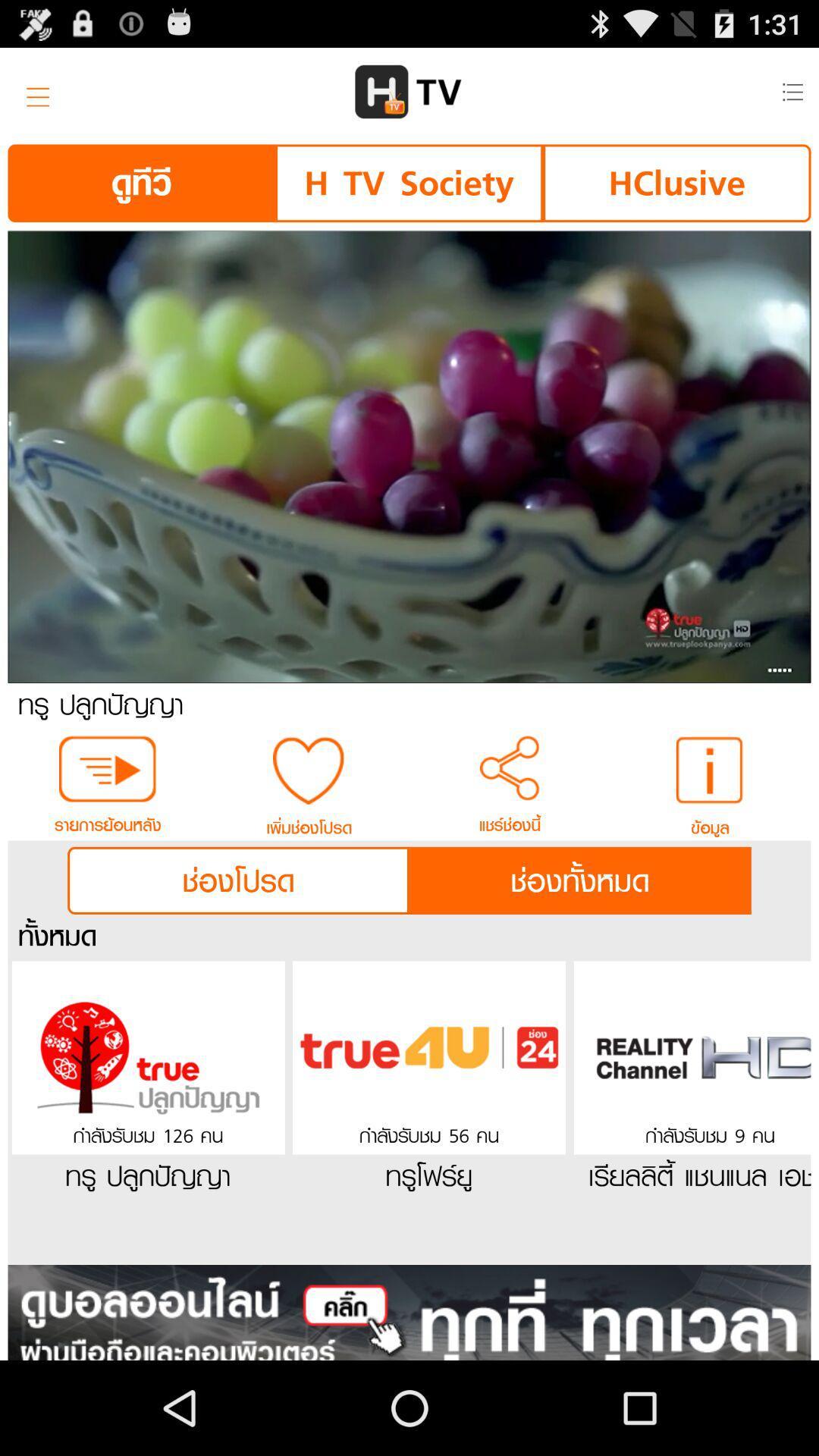 The width and height of the screenshot is (819, 1456). What do you see at coordinates (33, 97) in the screenshot?
I see `the menu icon` at bounding box center [33, 97].